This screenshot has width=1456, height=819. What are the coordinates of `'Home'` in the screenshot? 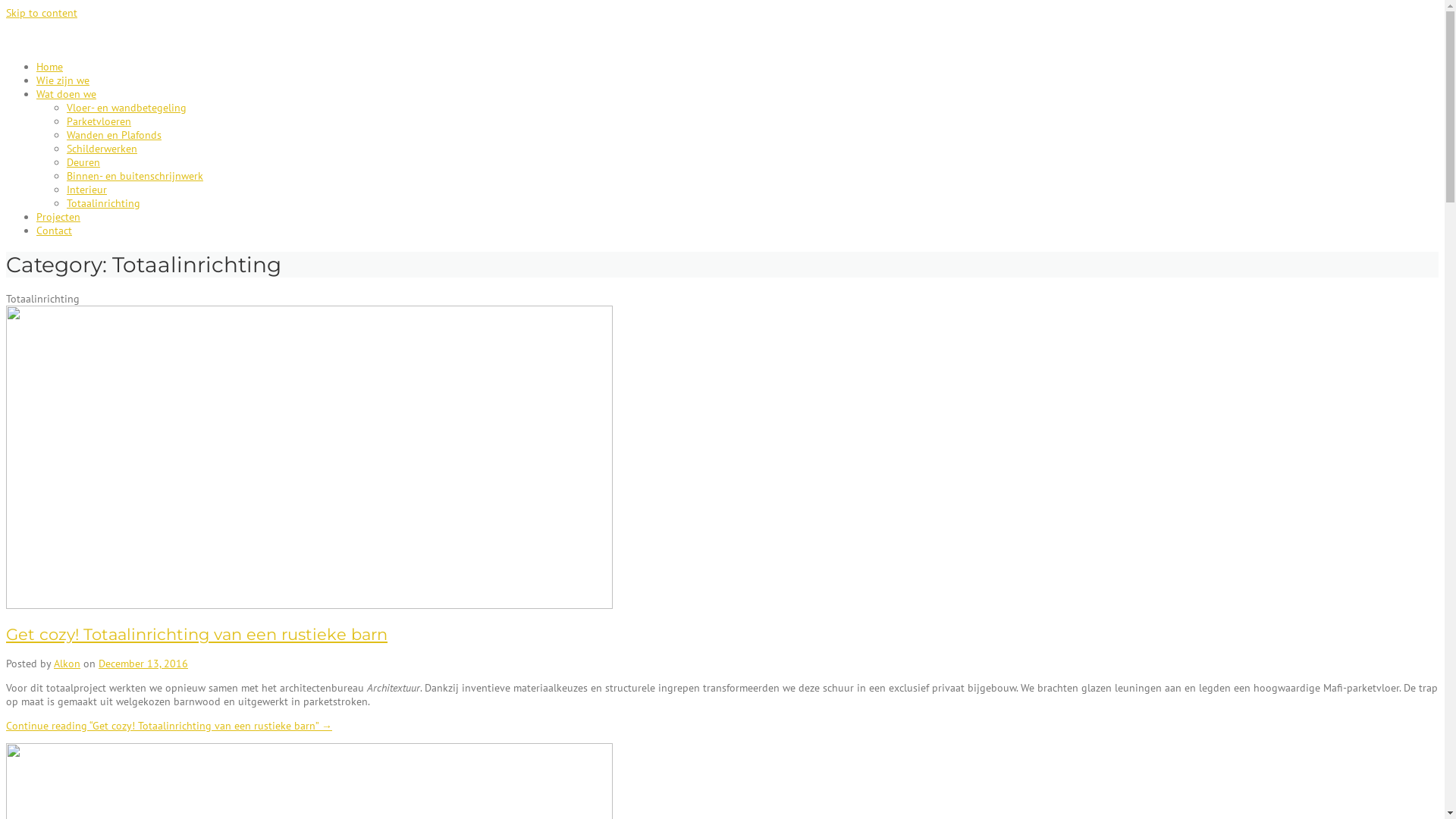 It's located at (36, 66).